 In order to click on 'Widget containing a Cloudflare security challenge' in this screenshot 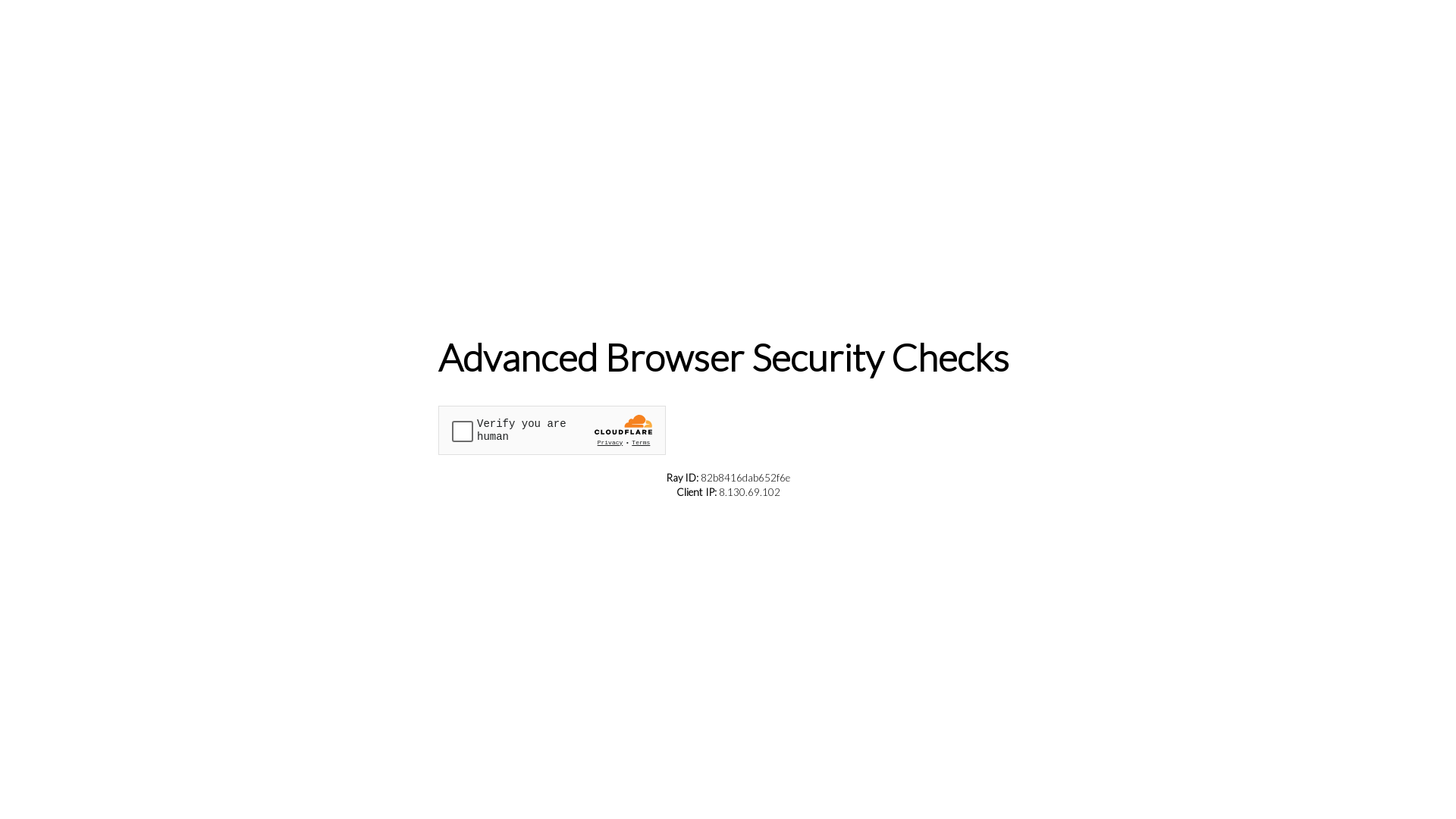, I will do `click(551, 429)`.